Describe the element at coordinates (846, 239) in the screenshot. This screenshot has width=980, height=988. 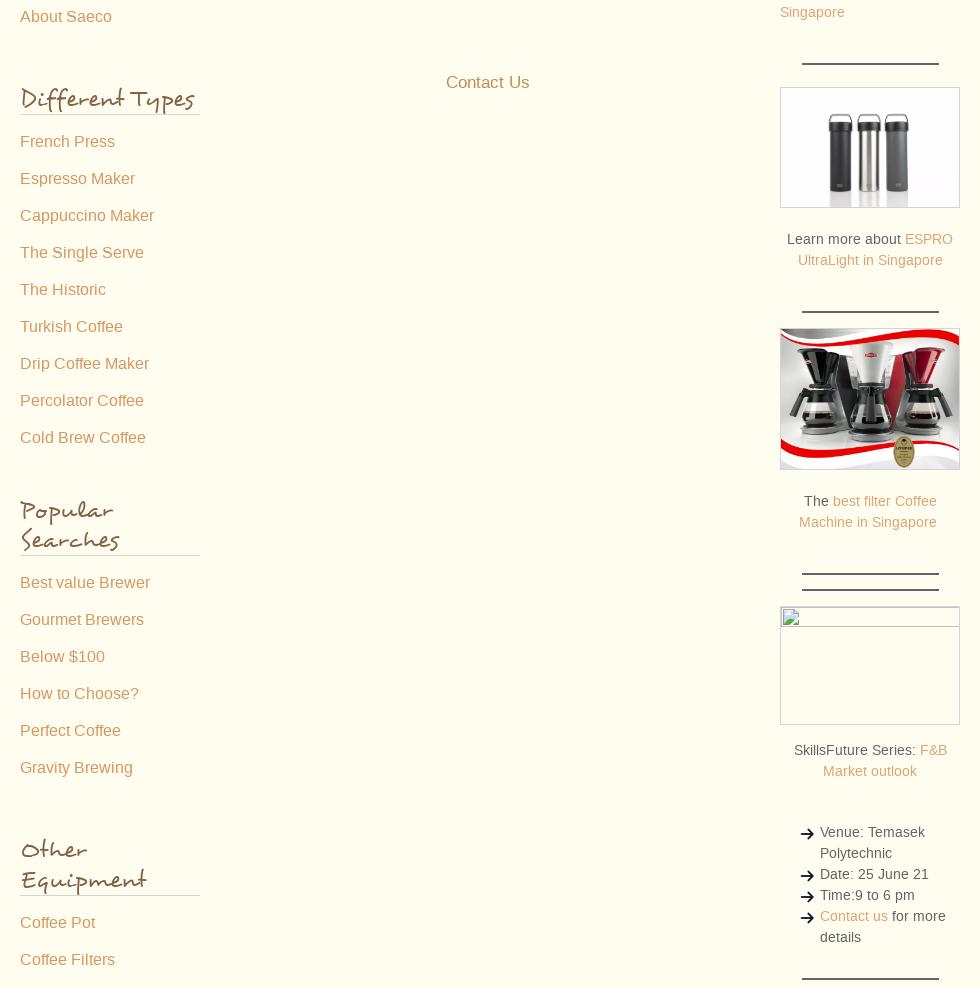
I see `'Learn more about'` at that location.